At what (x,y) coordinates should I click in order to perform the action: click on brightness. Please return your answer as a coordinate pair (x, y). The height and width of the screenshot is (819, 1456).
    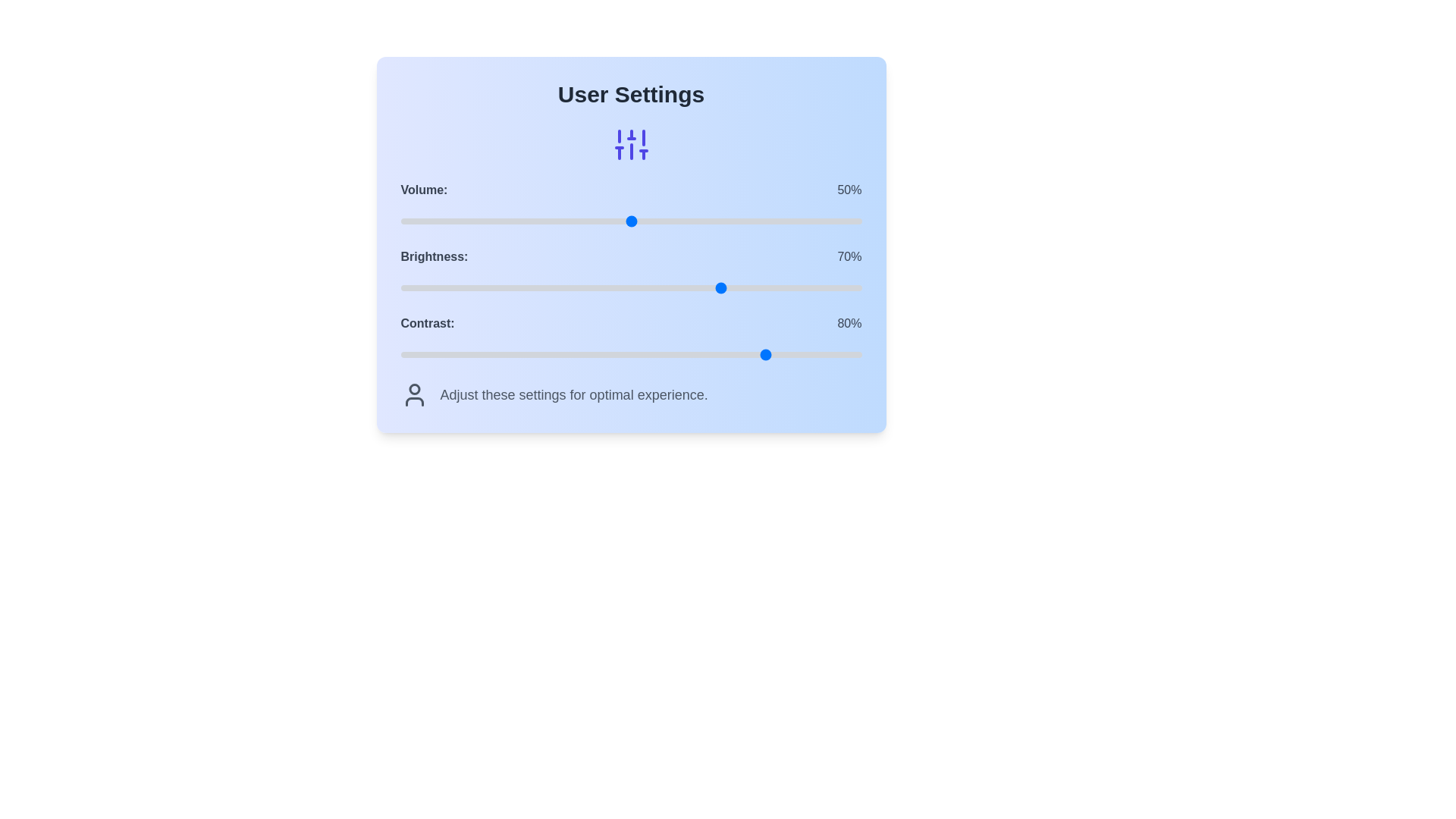
    Looking at the image, I should click on (538, 288).